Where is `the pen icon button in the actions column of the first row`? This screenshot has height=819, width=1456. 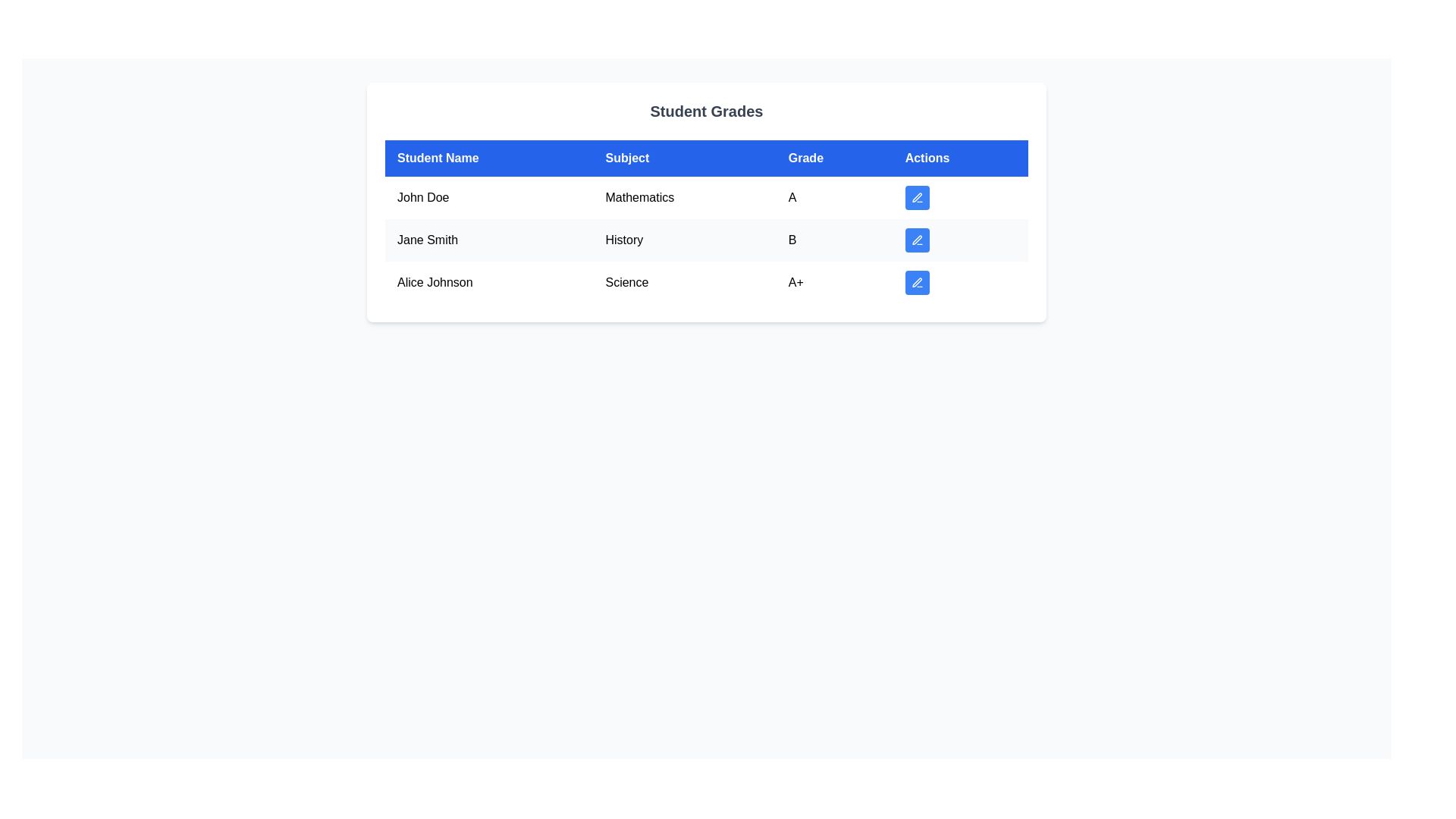
the pen icon button in the actions column of the first row is located at coordinates (916, 196).